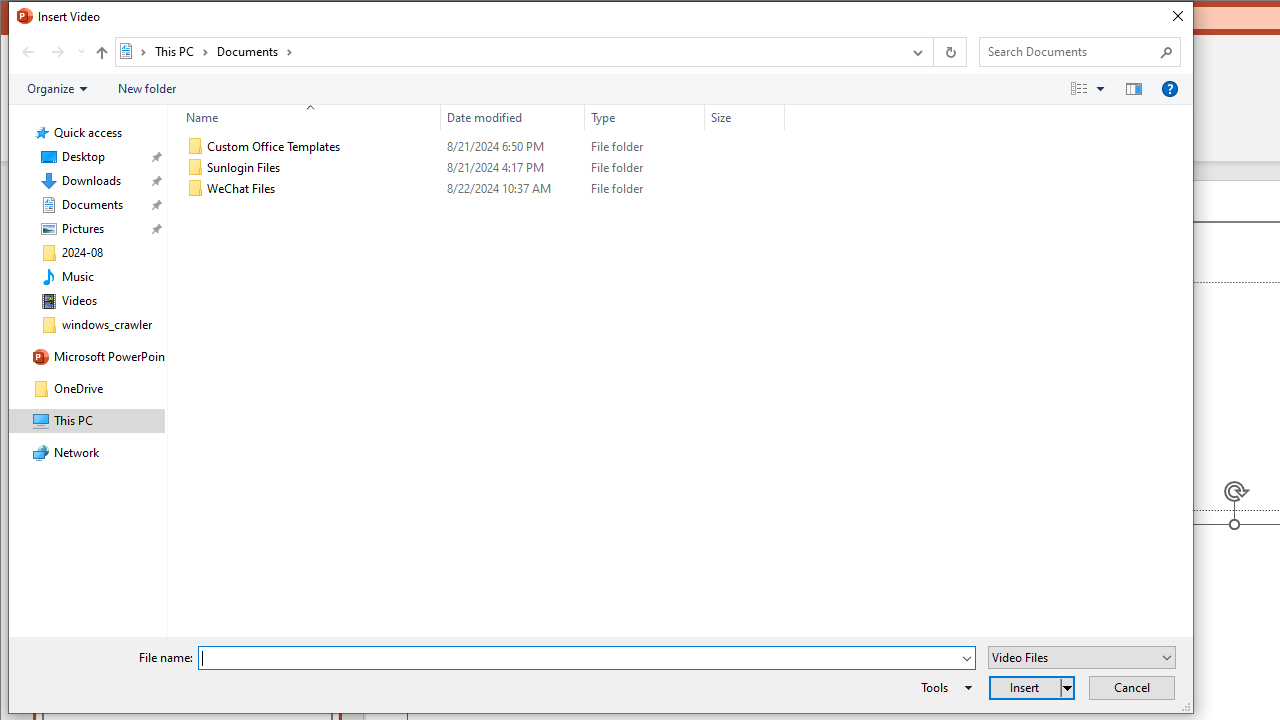  Describe the element at coordinates (56, 88) in the screenshot. I see `'Organize'` at that location.